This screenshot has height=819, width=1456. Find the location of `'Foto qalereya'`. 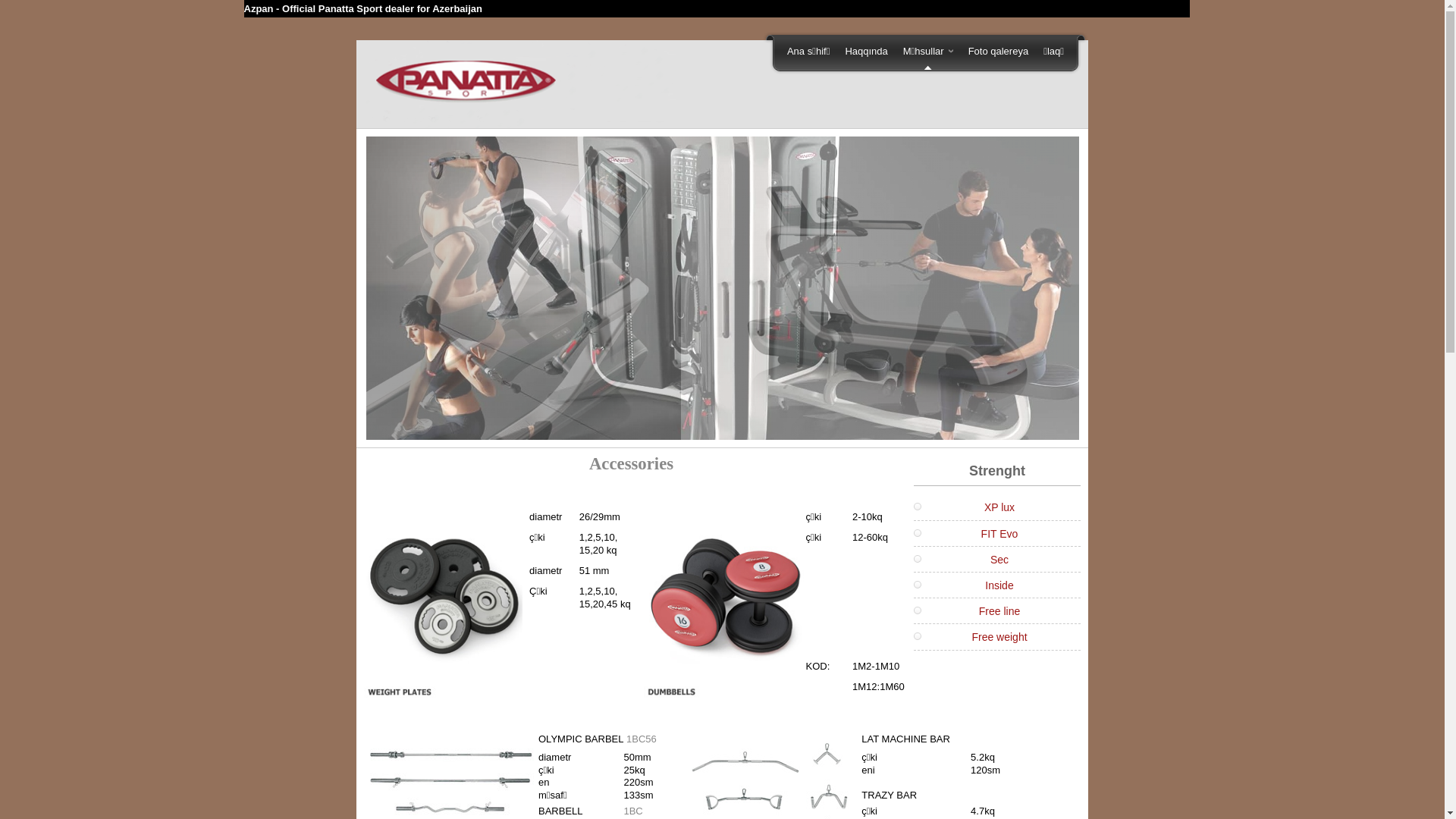

'Foto qalereya' is located at coordinates (960, 50).